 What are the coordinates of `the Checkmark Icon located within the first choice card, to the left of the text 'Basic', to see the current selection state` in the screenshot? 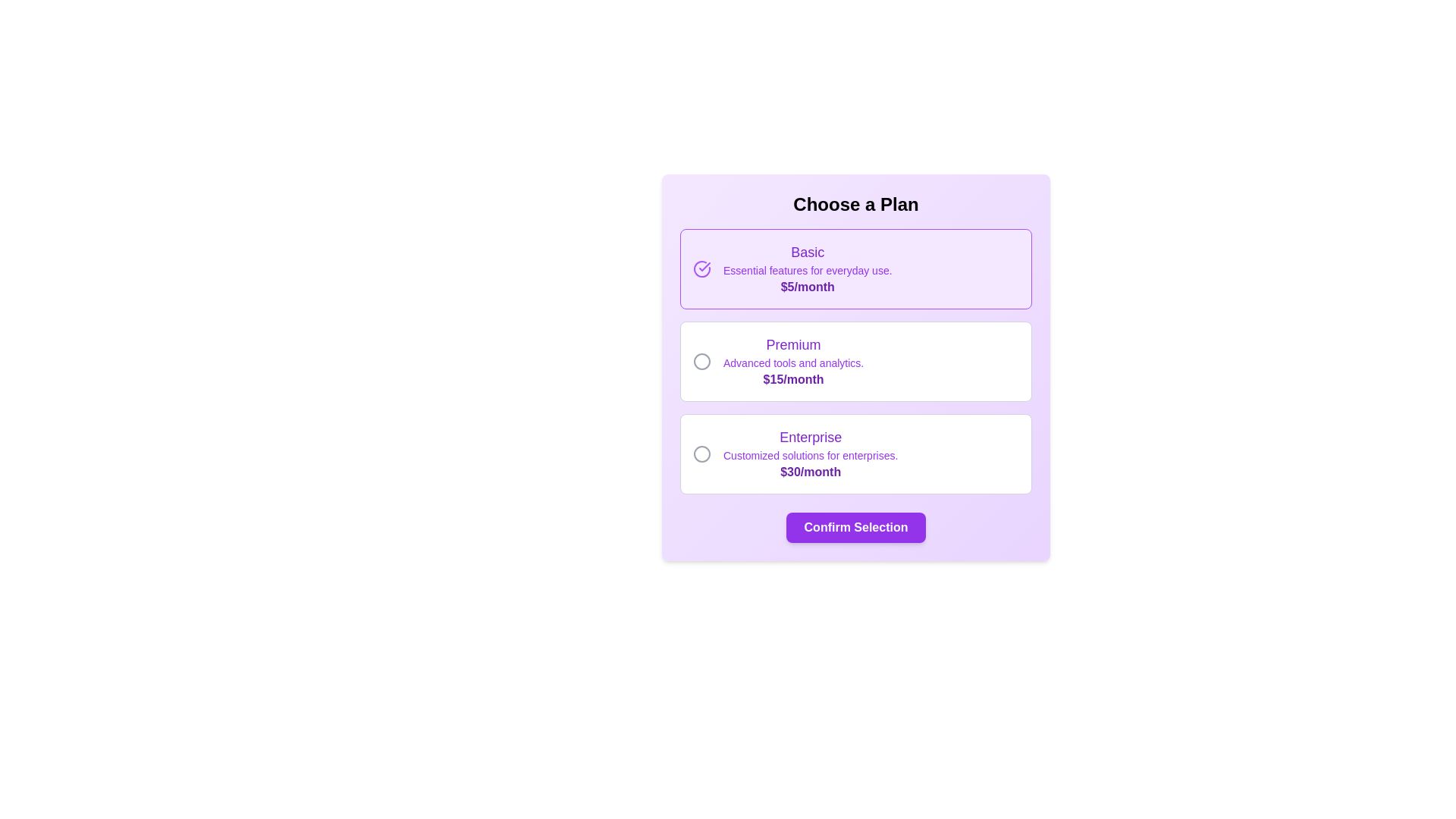 It's located at (704, 265).